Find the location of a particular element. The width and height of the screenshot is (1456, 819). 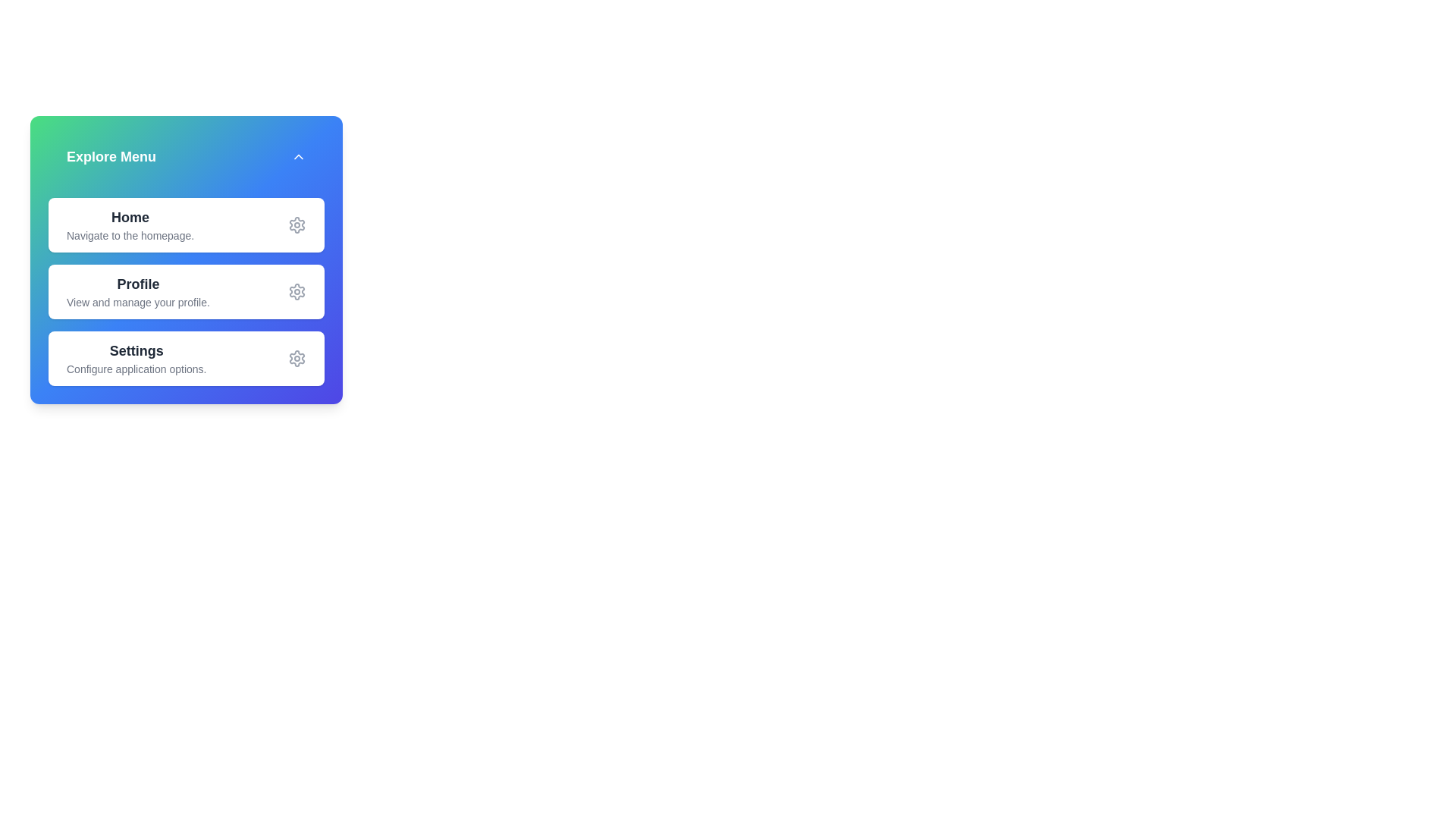

the settings icon for the menu item Settings is located at coordinates (297, 359).